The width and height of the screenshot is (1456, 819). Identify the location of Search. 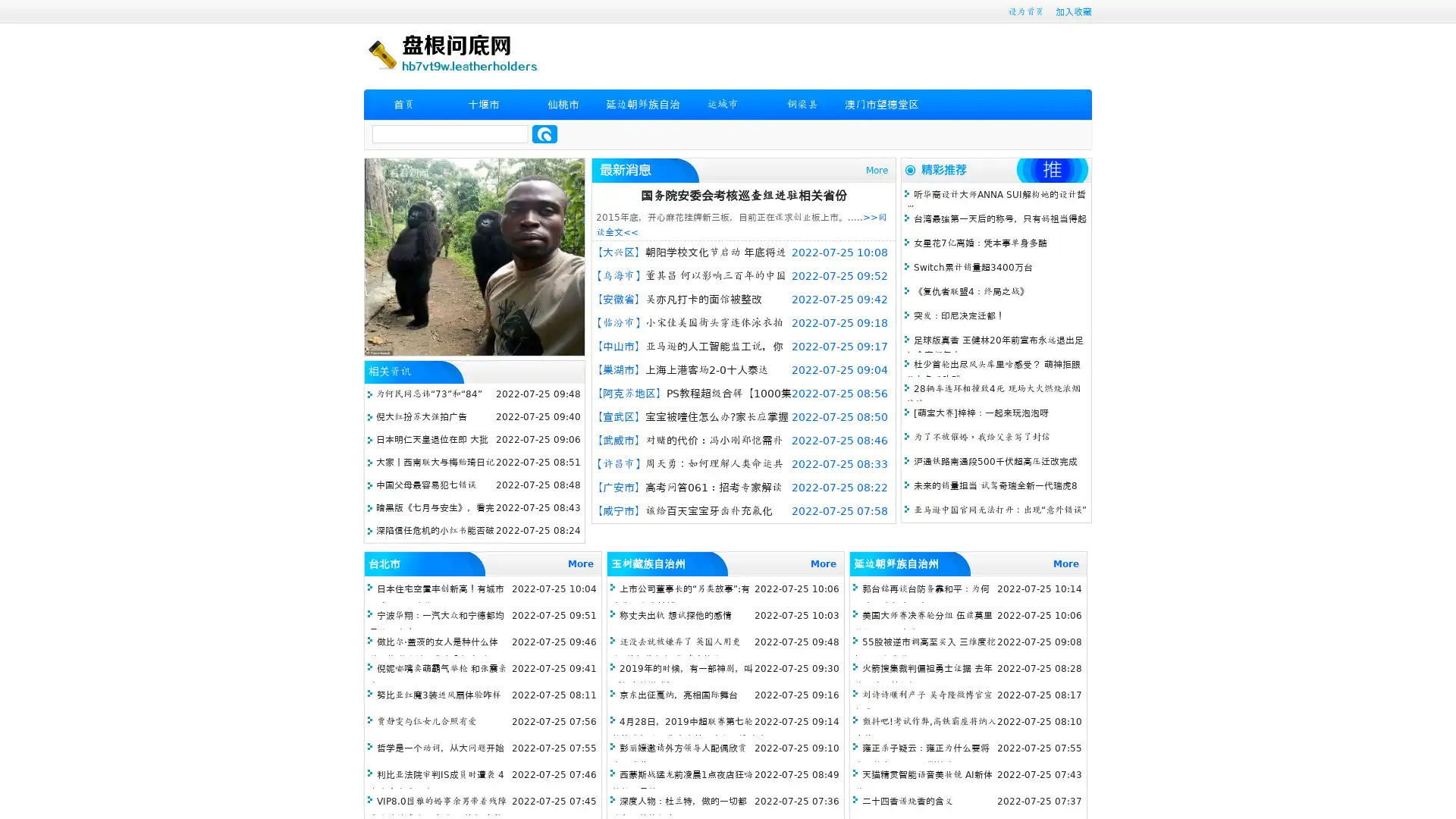
(544, 133).